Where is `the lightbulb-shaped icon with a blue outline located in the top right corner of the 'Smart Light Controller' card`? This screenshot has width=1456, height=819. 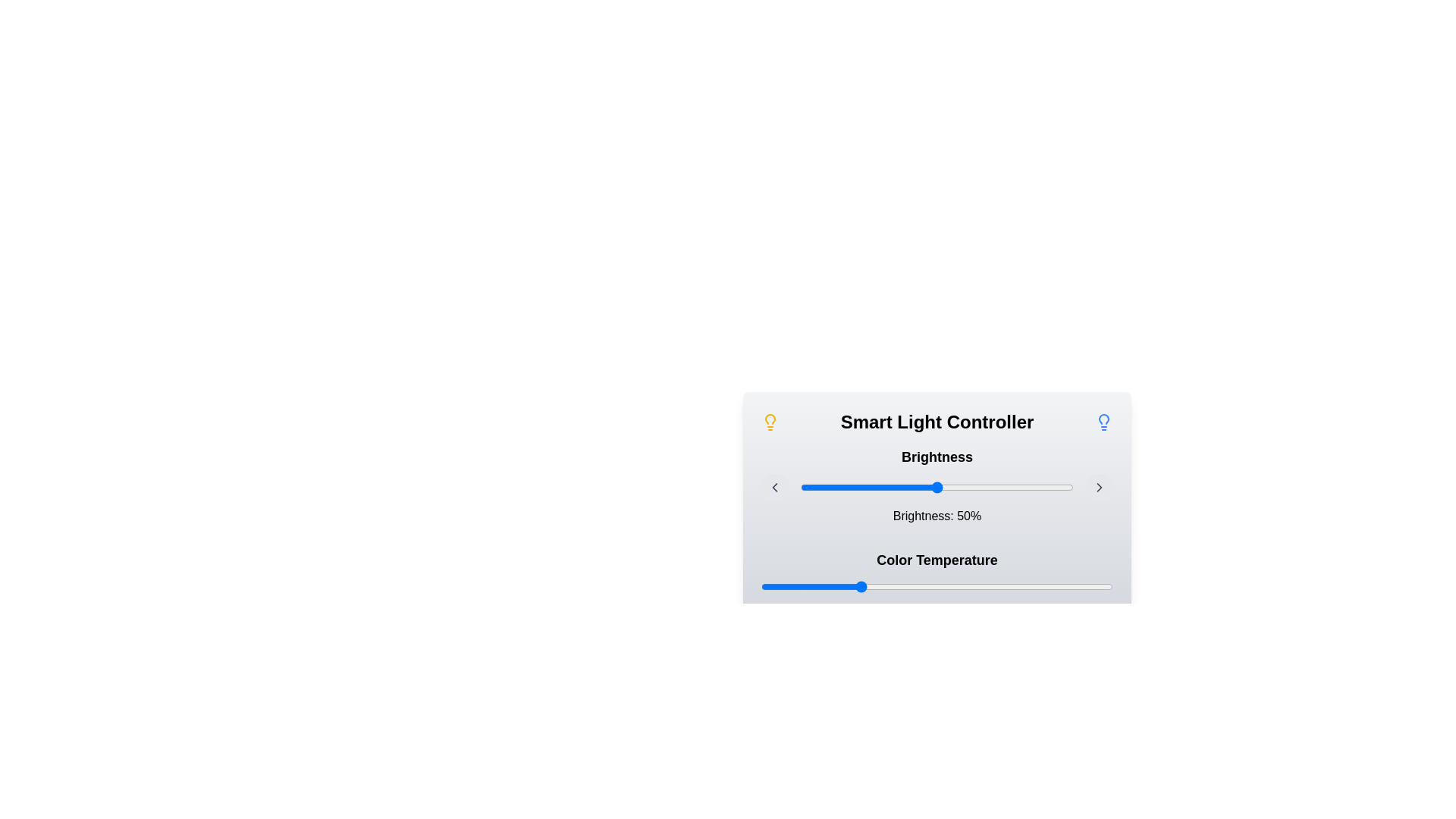
the lightbulb-shaped icon with a blue outline located in the top right corner of the 'Smart Light Controller' card is located at coordinates (1103, 422).